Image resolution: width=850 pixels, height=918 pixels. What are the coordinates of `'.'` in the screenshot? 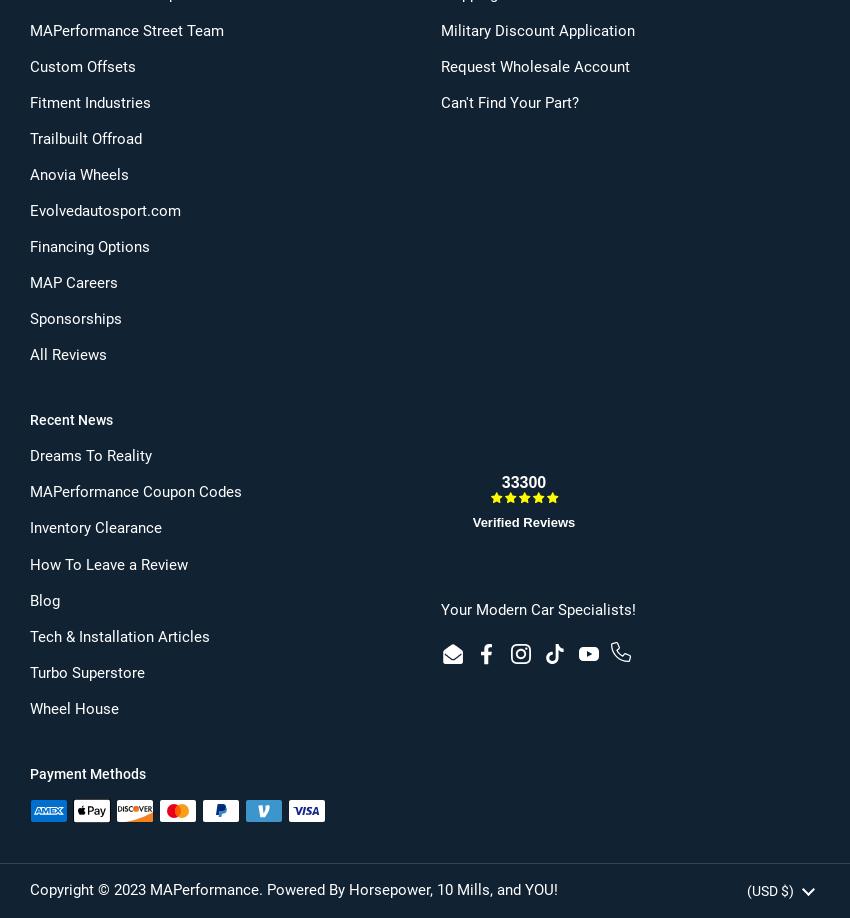 It's located at (257, 887).